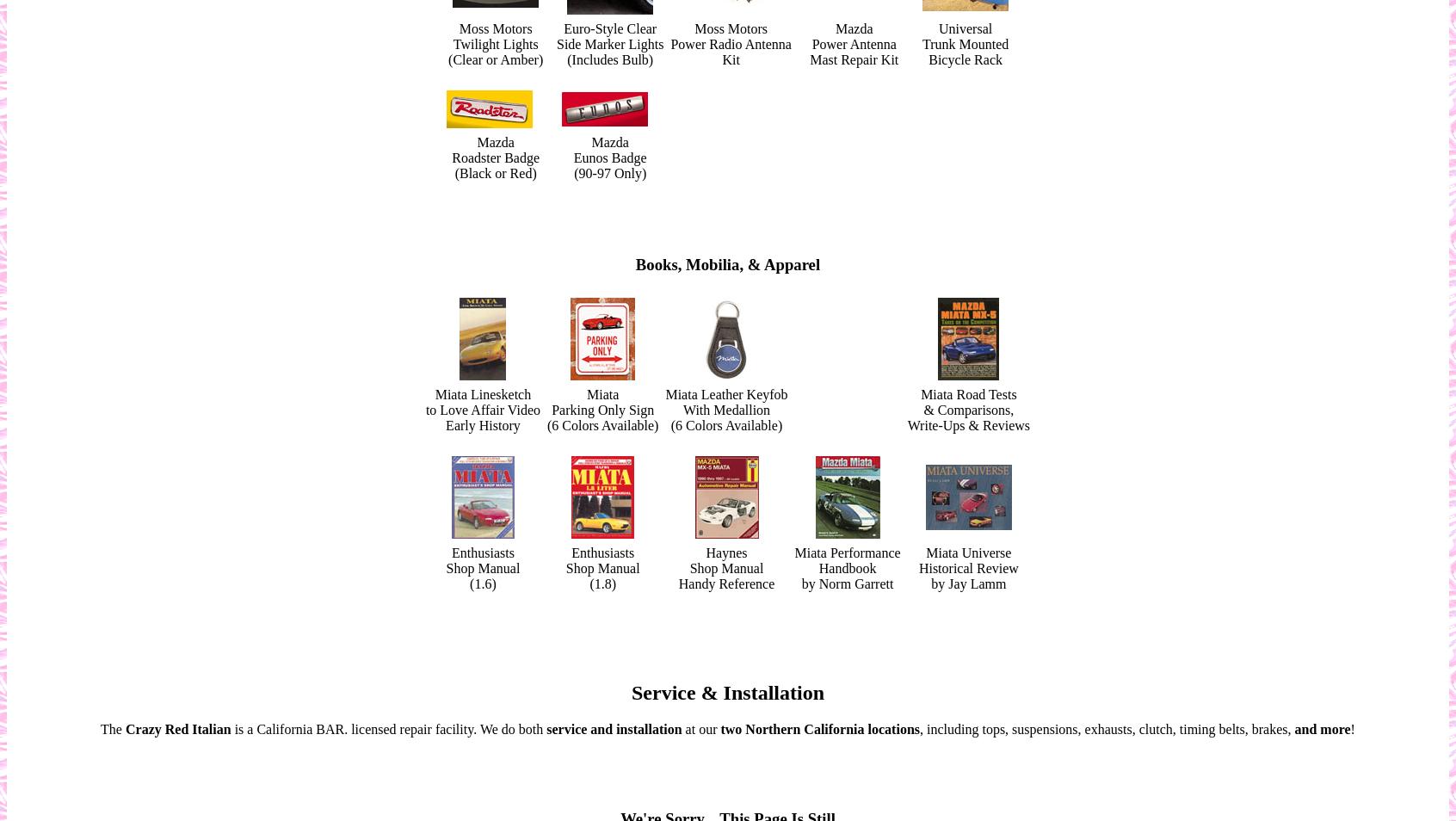 Image resolution: width=1456 pixels, height=821 pixels. I want to click on 'two Northern California 
          locations', so click(819, 729).